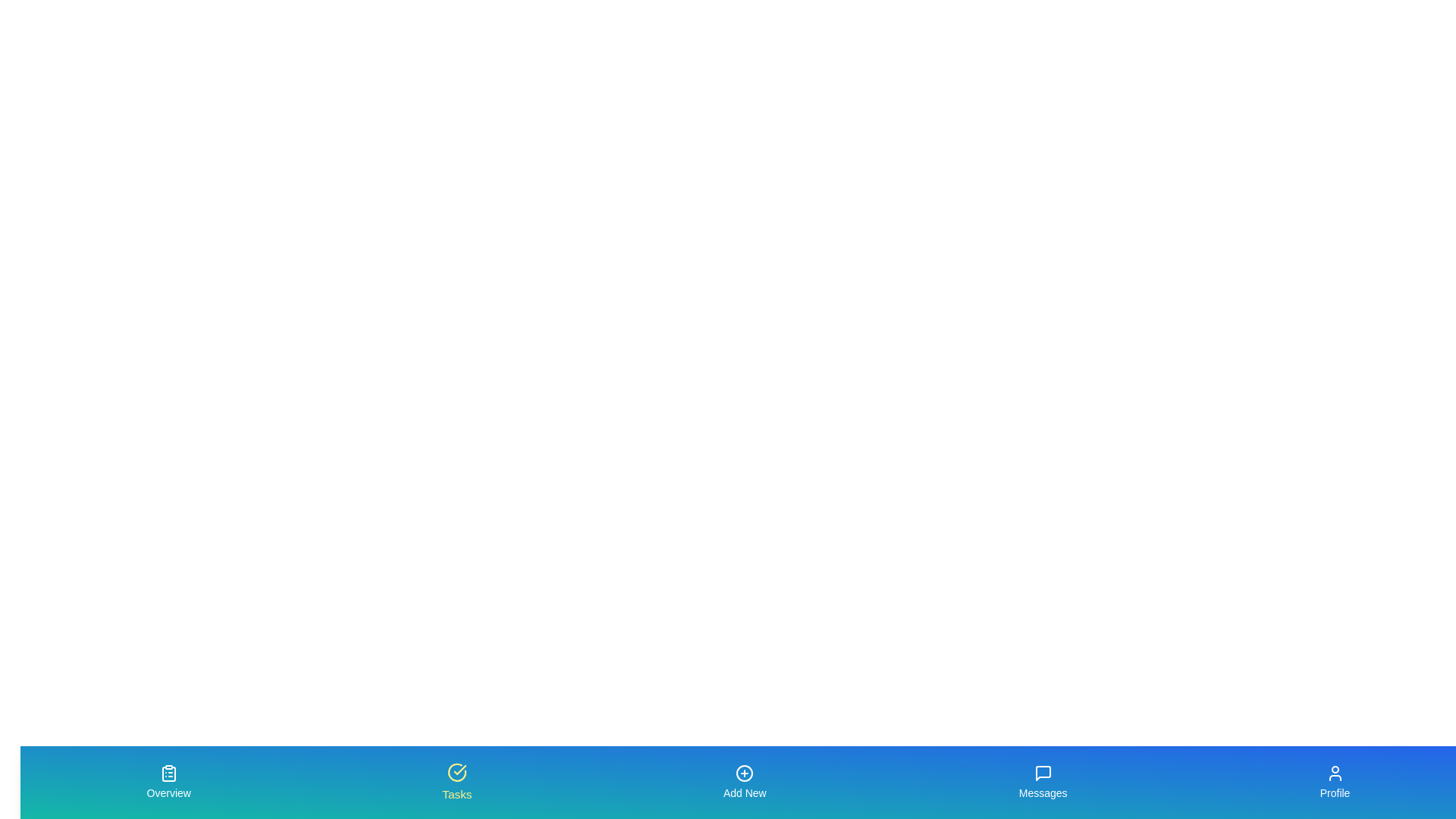 The image size is (1456, 819). What do you see at coordinates (455, 783) in the screenshot?
I see `the tab Tasks by clicking on its button` at bounding box center [455, 783].